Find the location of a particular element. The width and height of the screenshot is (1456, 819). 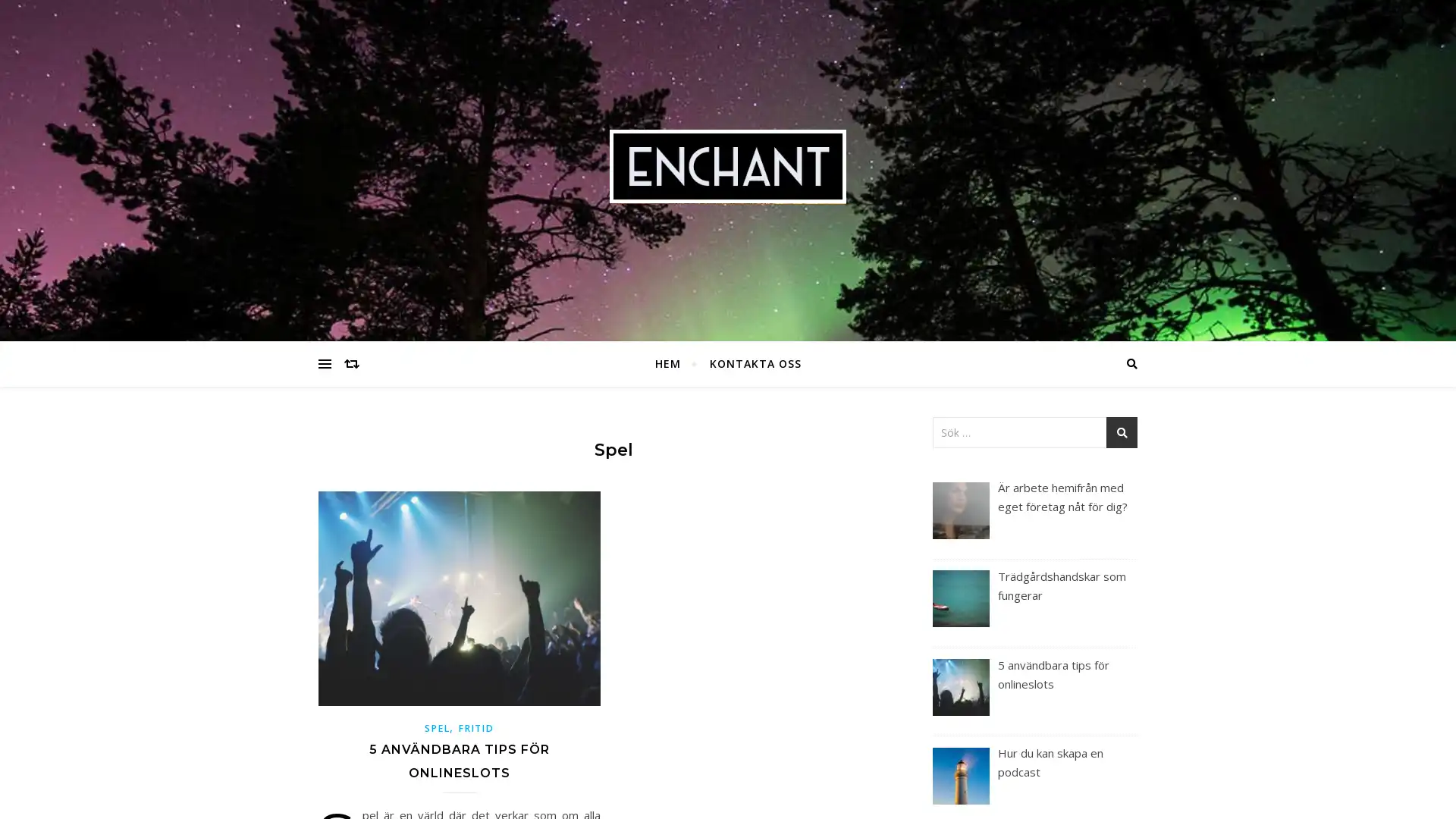

st is located at coordinates (1122, 432).